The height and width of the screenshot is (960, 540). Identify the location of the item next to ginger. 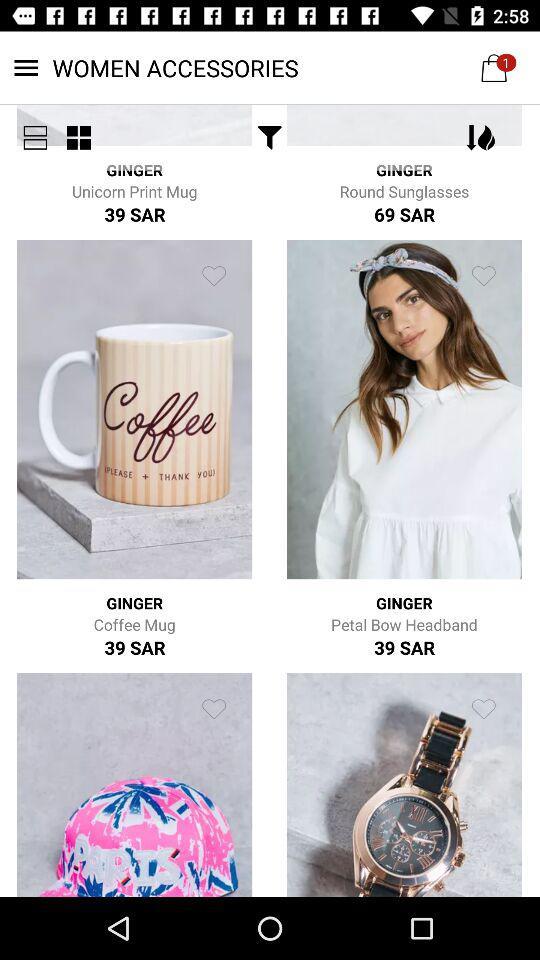
(269, 136).